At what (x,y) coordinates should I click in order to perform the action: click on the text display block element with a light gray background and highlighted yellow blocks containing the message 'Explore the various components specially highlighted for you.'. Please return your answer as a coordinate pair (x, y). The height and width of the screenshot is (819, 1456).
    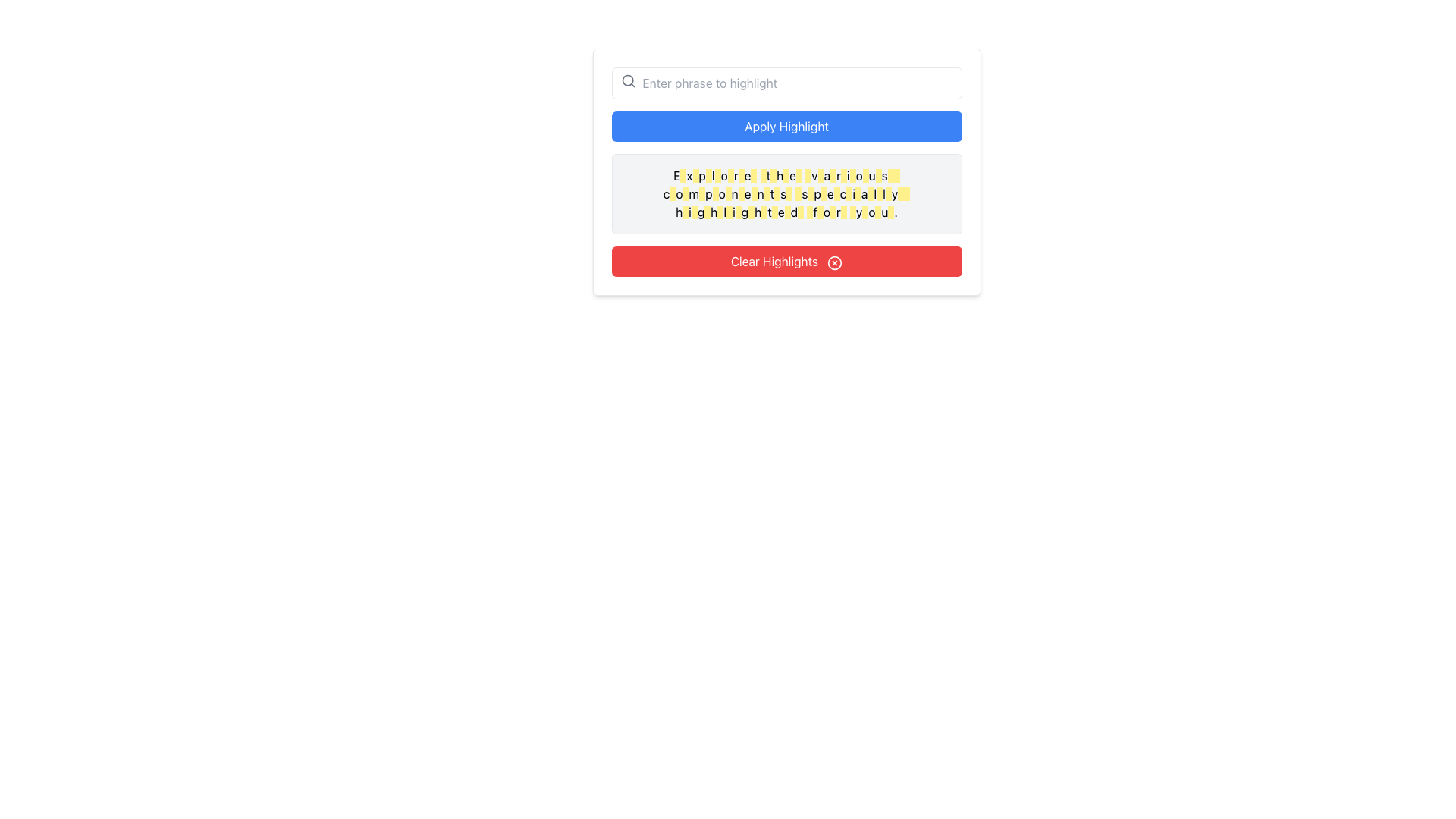
    Looking at the image, I should click on (786, 193).